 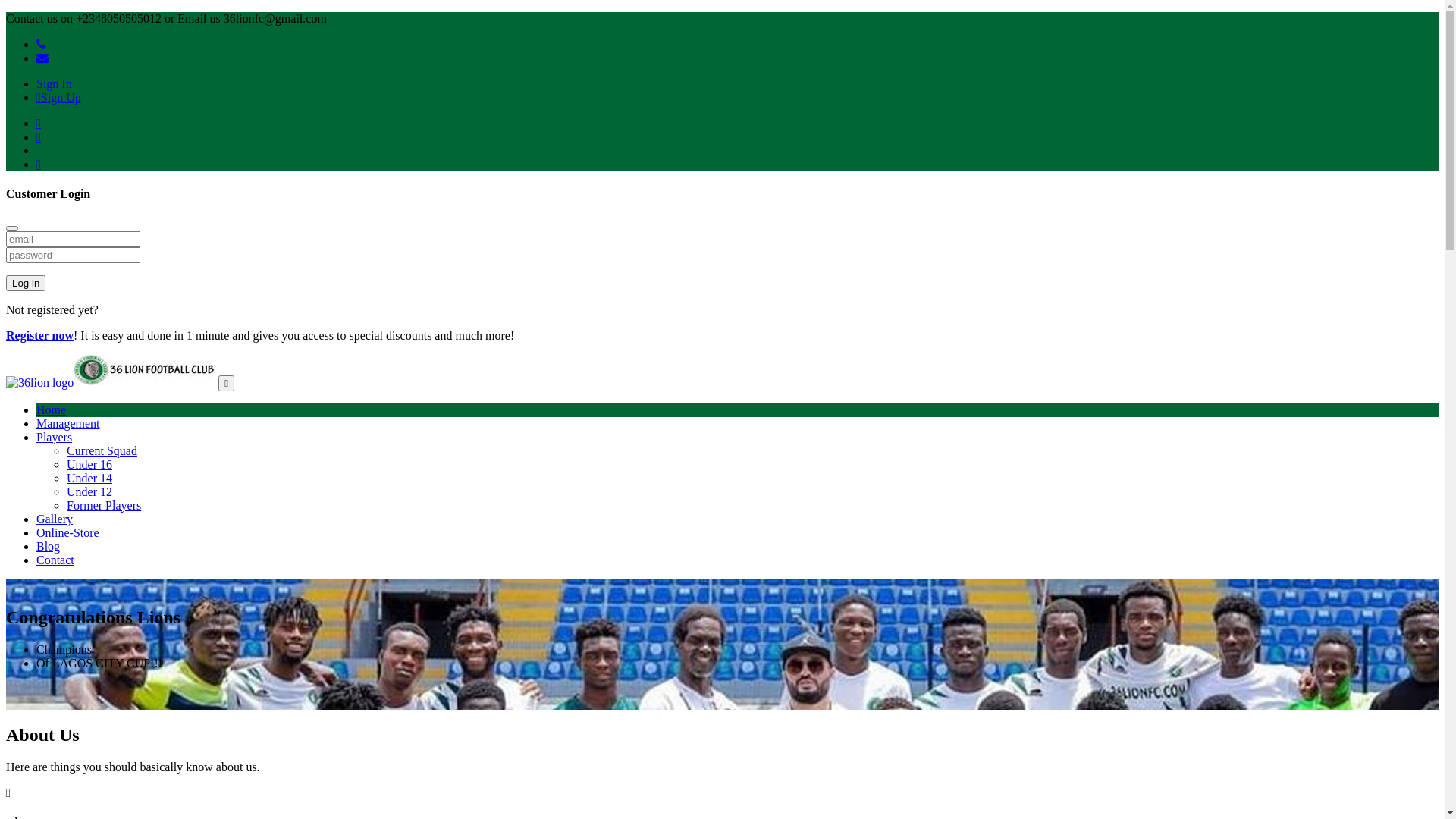 I want to click on 'Toggle navigation', so click(x=225, y=382).